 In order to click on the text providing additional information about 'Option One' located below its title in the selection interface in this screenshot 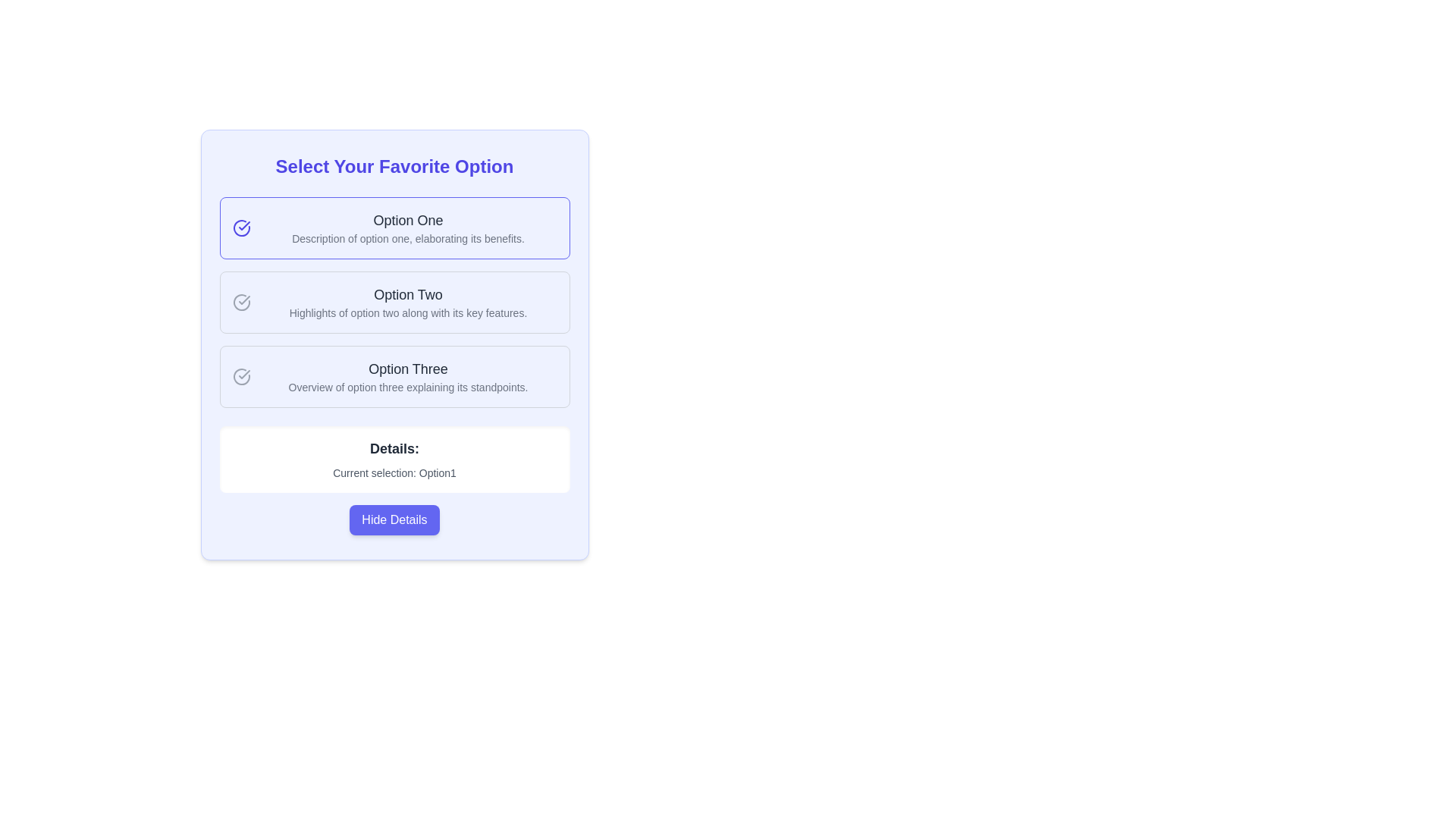, I will do `click(408, 239)`.